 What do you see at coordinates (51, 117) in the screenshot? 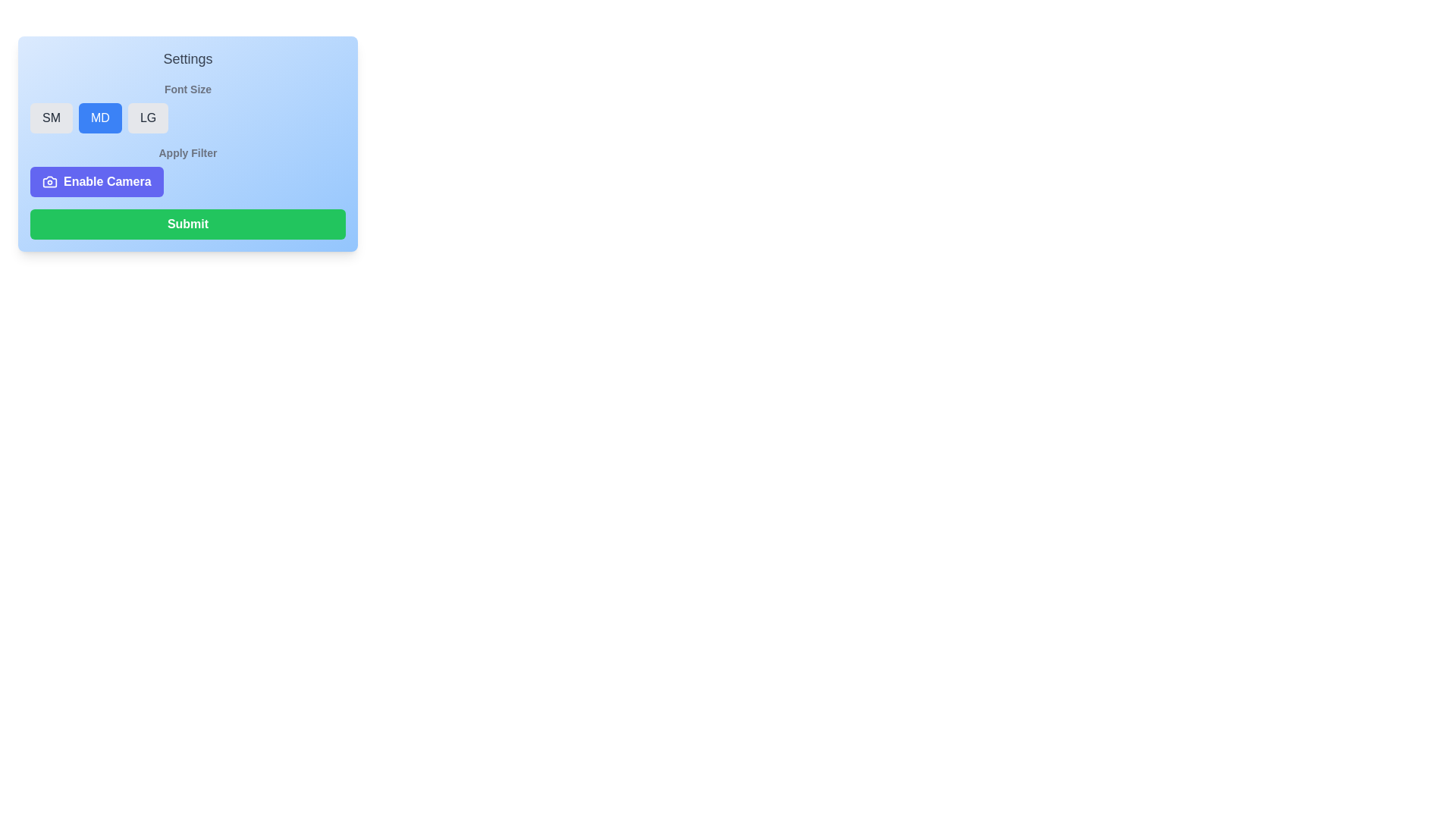
I see `the 'SM' button, which is a light gray rectangular button with rounded corners and dark gray text` at bounding box center [51, 117].